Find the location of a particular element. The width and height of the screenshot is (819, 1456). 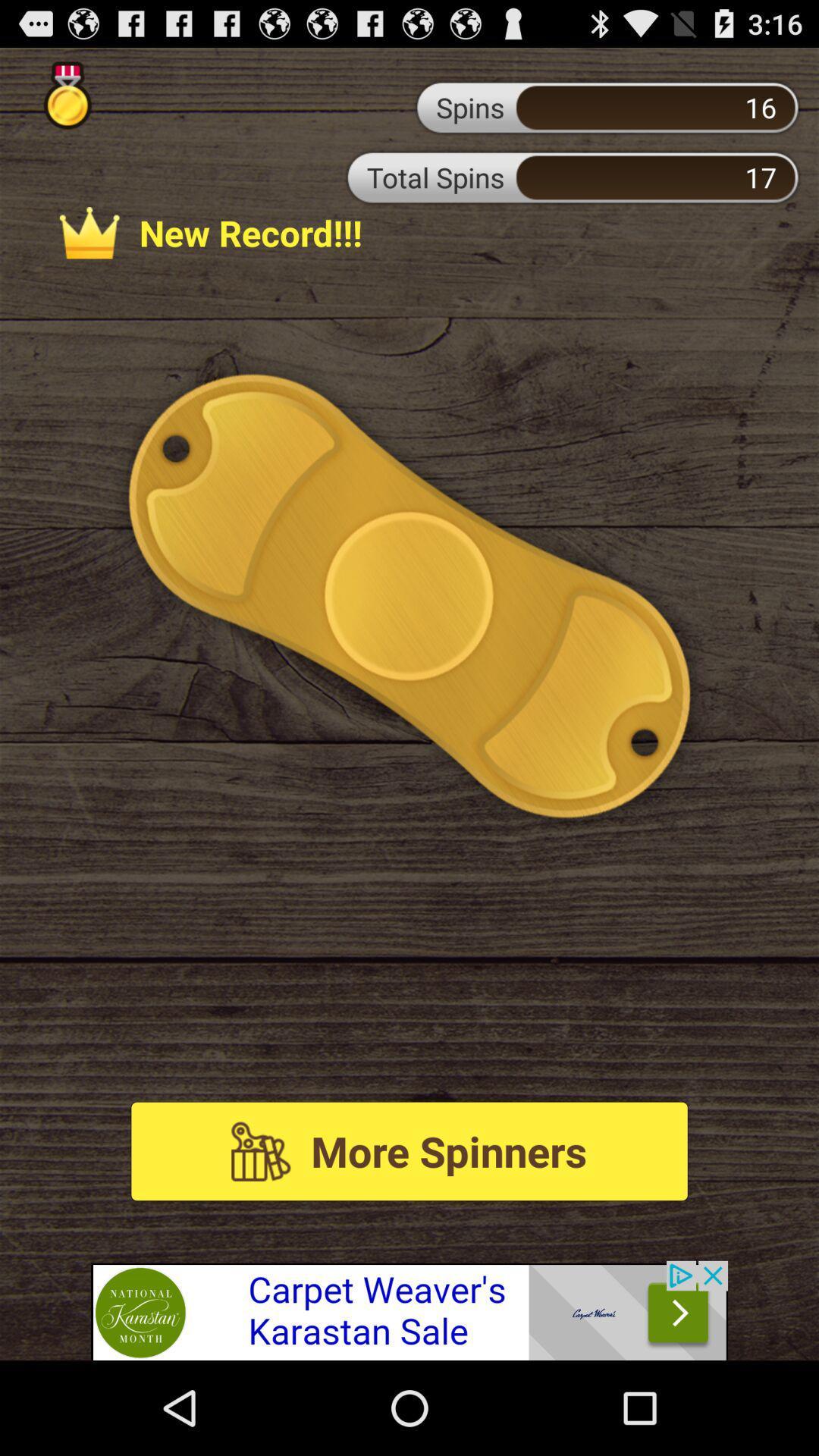

new advertisement go option is located at coordinates (409, 1310).